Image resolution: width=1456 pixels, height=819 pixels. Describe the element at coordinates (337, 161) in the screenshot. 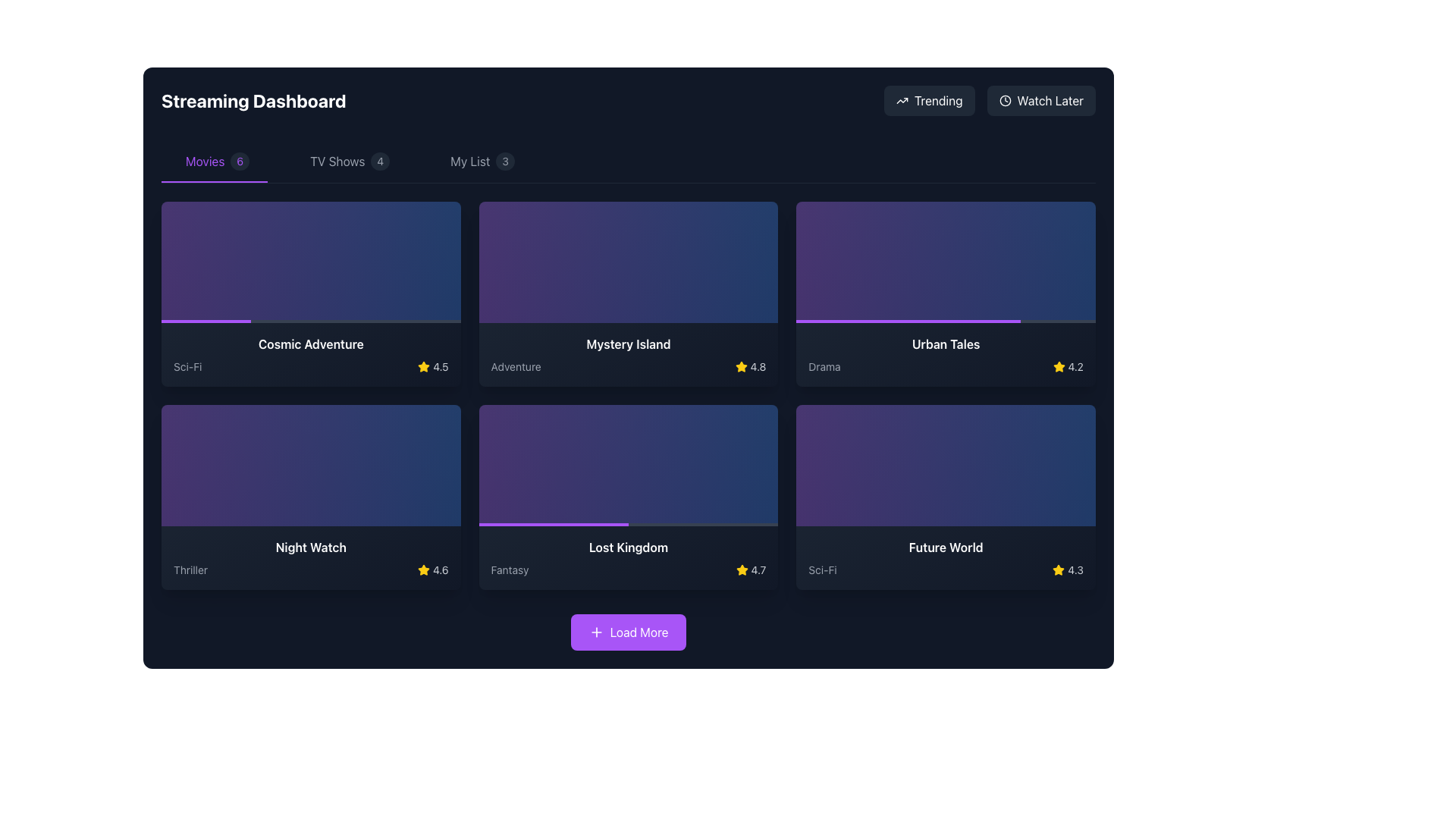

I see `the 'TV Shows' text label in the navigation menu` at that location.